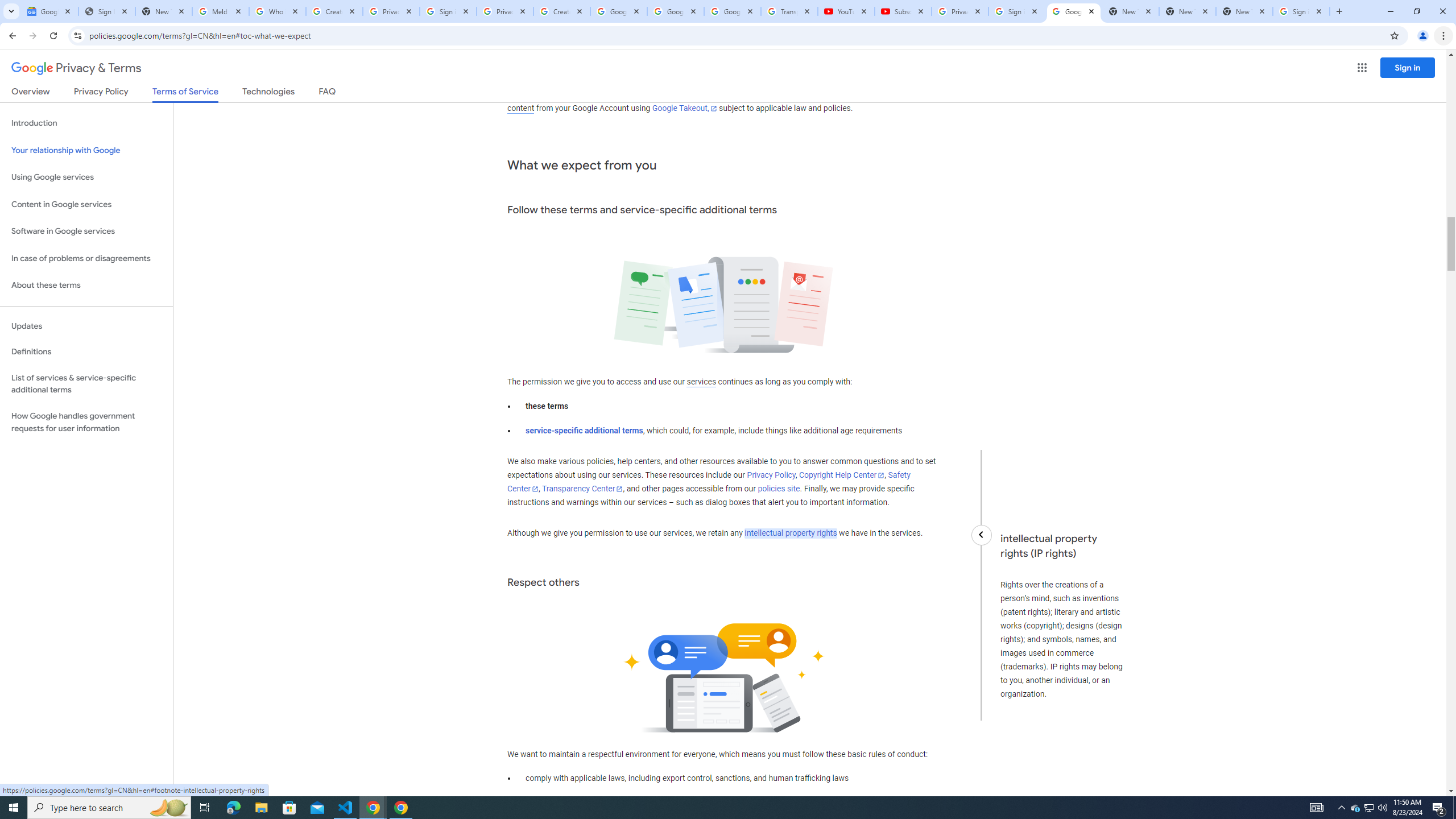 The image size is (1456, 819). I want to click on 'FAQ', so click(327, 93).